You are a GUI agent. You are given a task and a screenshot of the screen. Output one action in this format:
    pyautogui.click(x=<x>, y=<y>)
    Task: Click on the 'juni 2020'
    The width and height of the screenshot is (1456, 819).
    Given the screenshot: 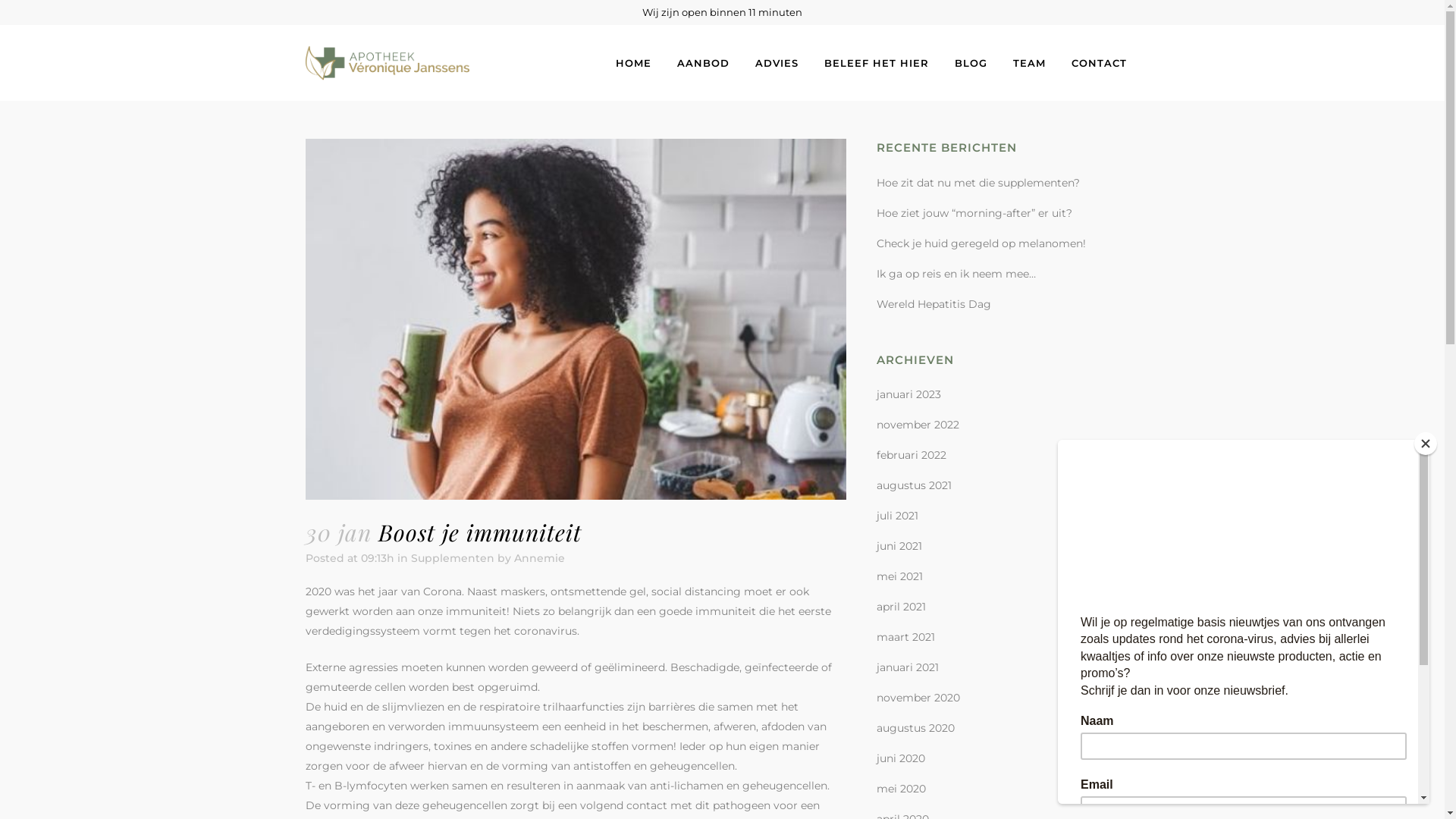 What is the action you would take?
    pyautogui.click(x=877, y=758)
    